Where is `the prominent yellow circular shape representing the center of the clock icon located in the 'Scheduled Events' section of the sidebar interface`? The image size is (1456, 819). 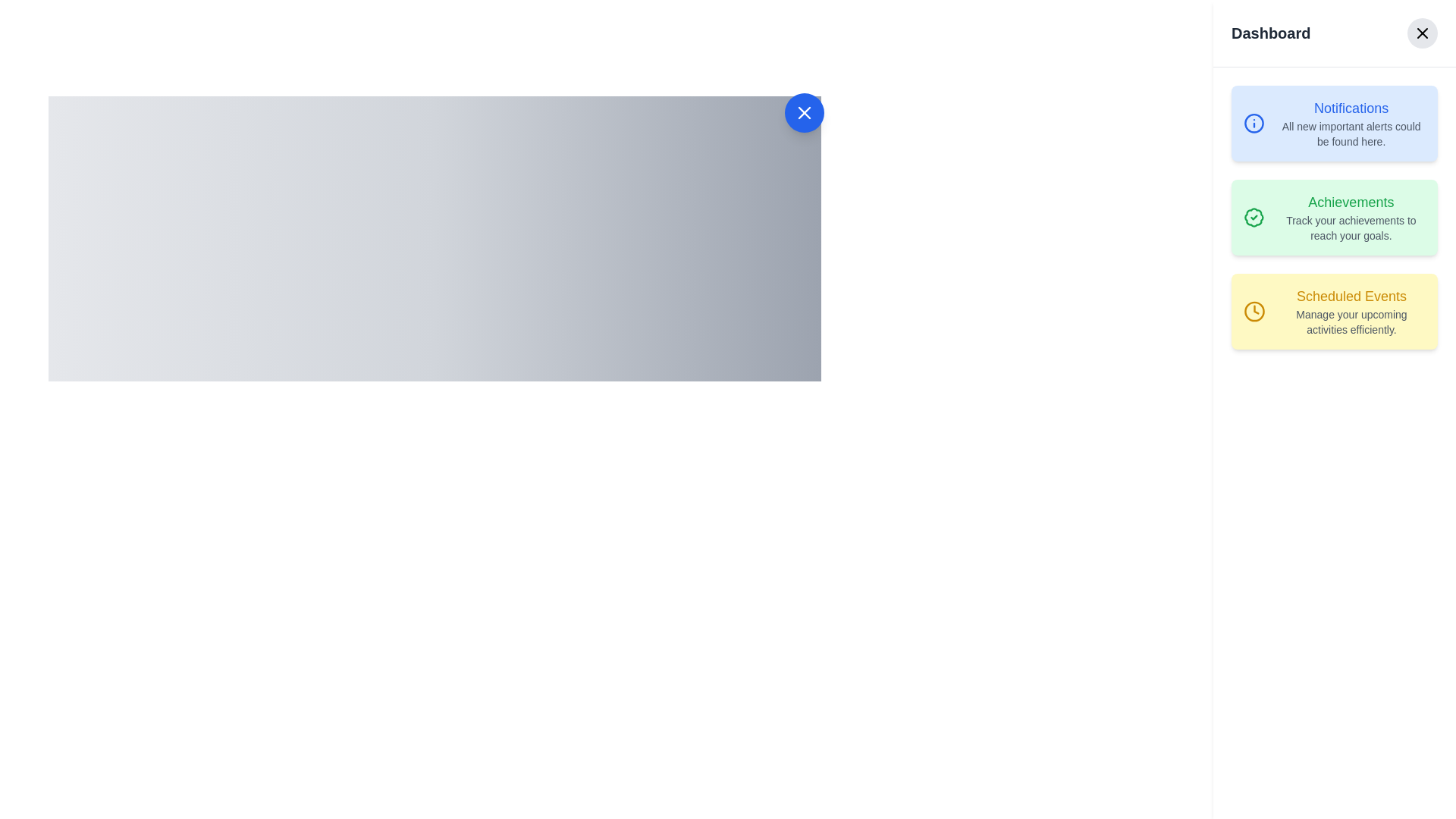 the prominent yellow circular shape representing the center of the clock icon located in the 'Scheduled Events' section of the sidebar interface is located at coordinates (1254, 311).